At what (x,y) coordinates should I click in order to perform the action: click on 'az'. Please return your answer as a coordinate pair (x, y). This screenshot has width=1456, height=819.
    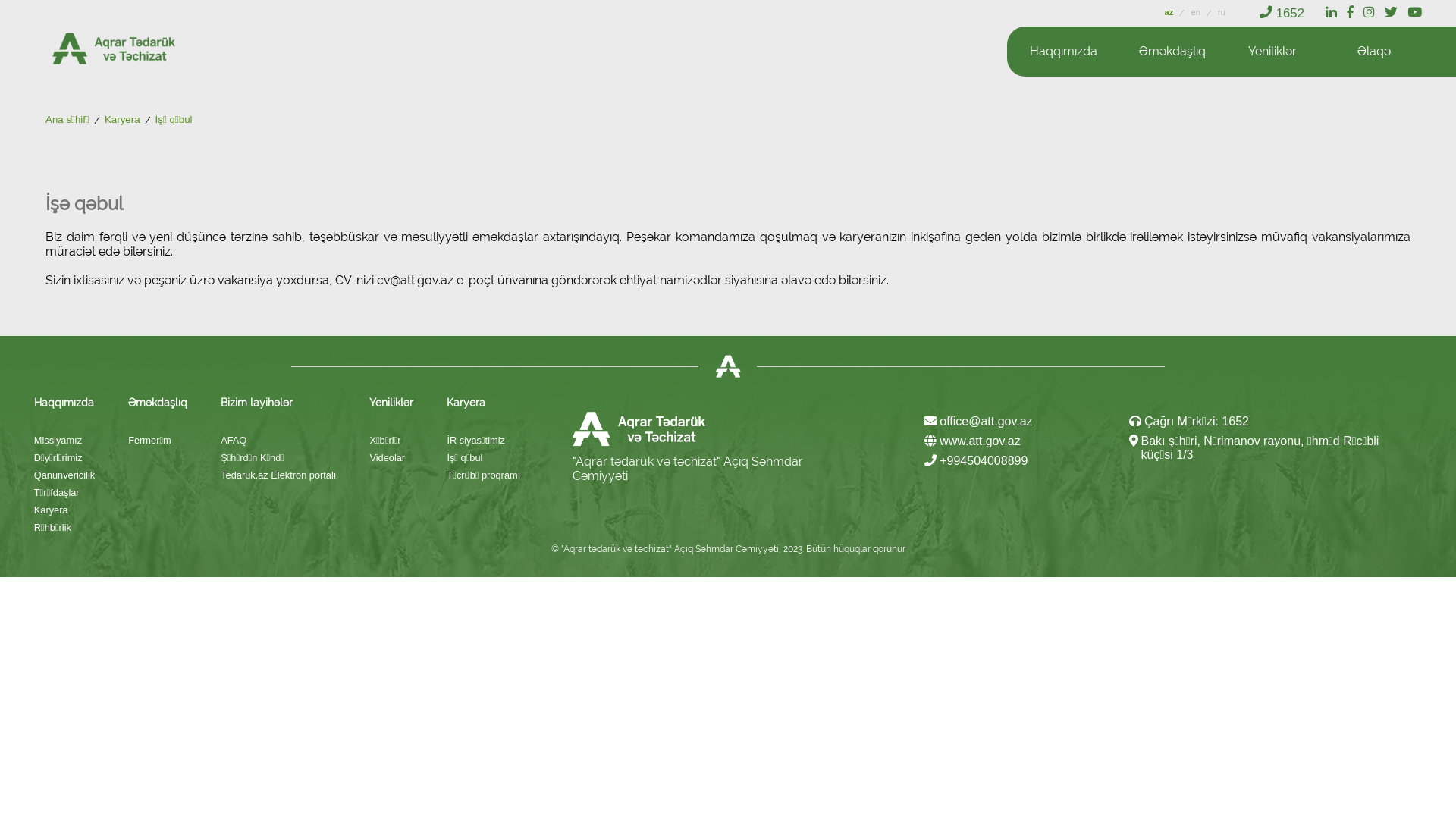
    Looking at the image, I should click on (1169, 11).